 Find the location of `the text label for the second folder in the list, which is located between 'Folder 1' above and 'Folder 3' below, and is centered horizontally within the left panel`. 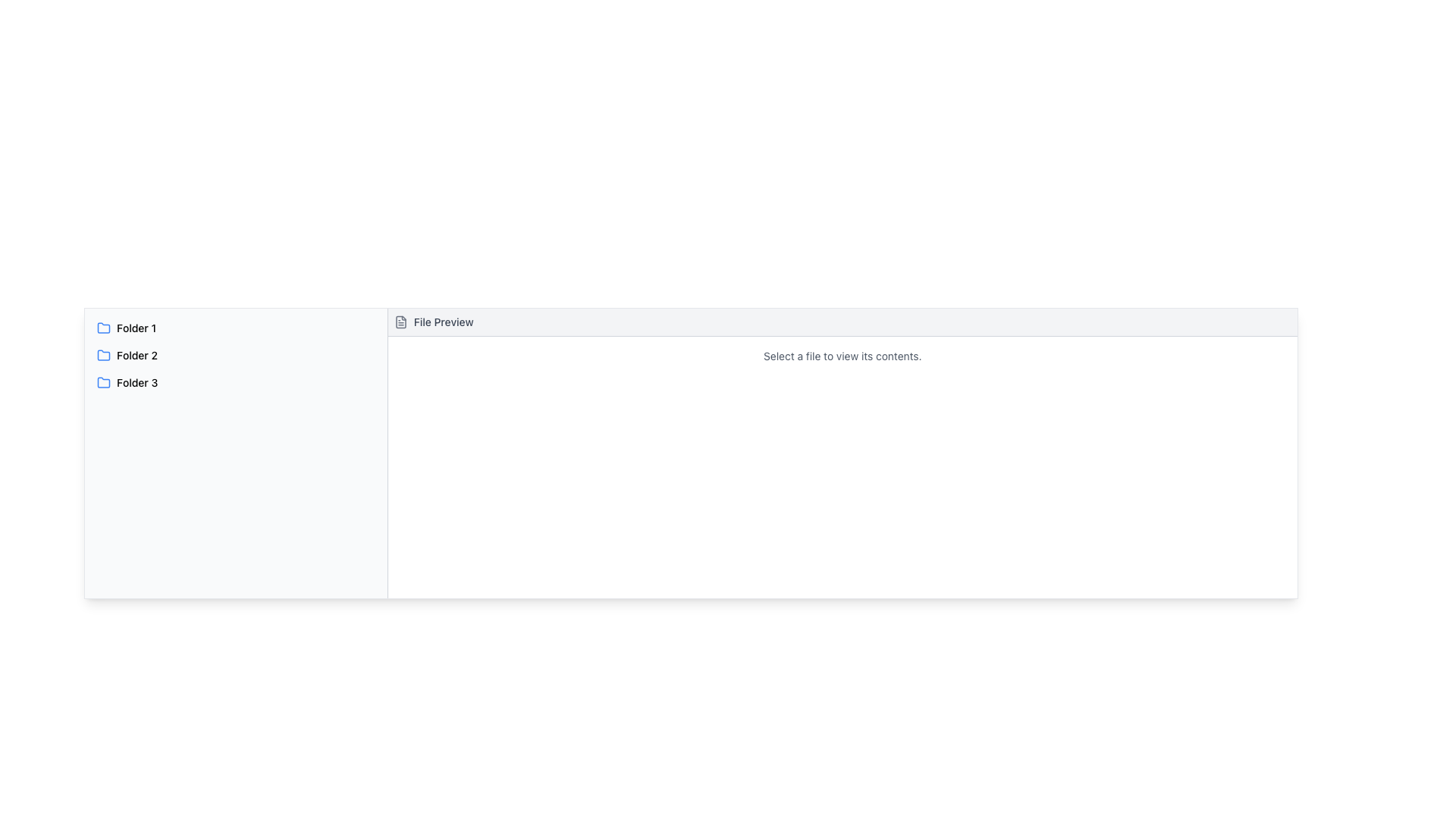

the text label for the second folder in the list, which is located between 'Folder 1' above and 'Folder 3' below, and is centered horizontally within the left panel is located at coordinates (137, 356).